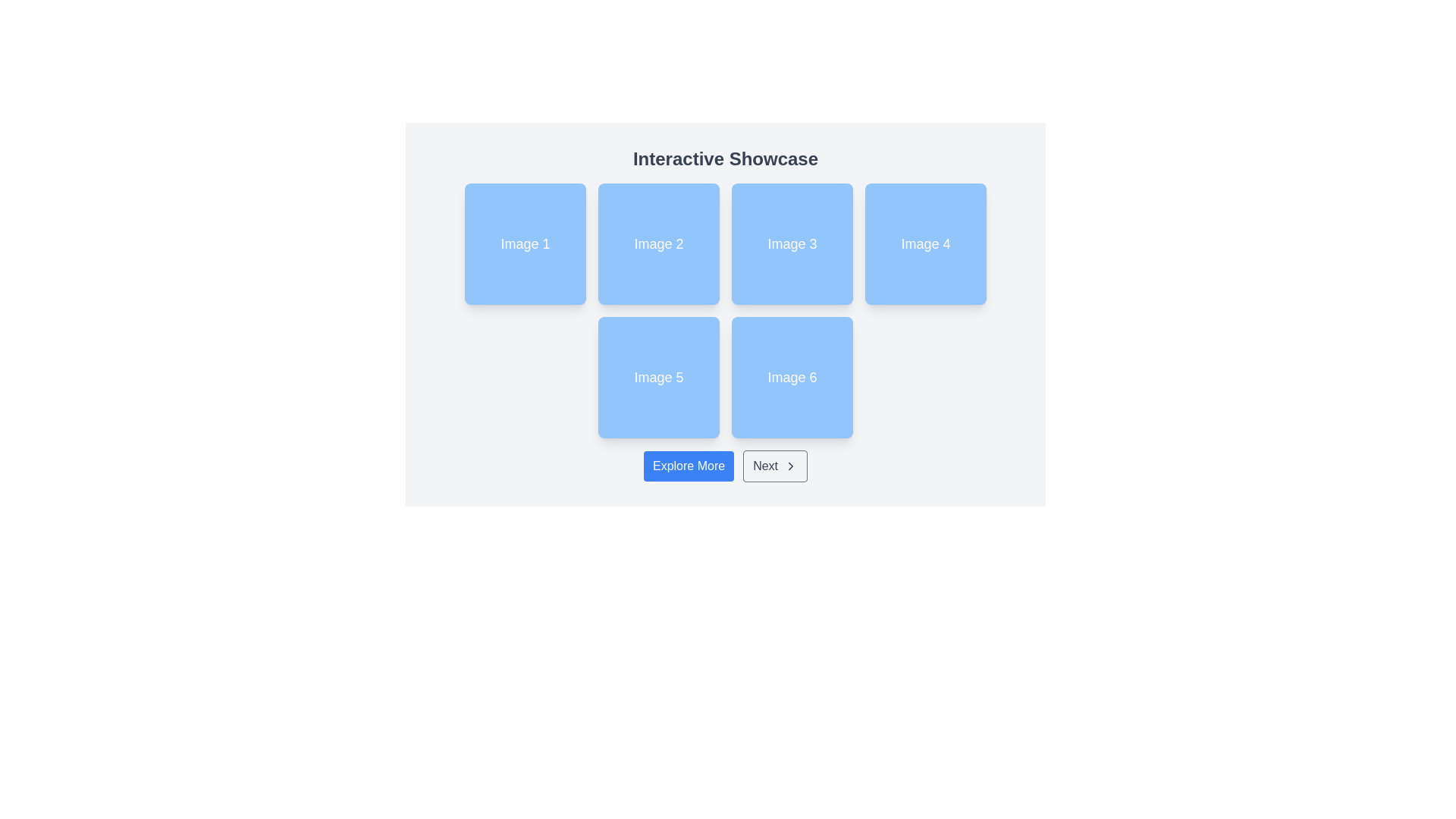 The image size is (1456, 819). What do you see at coordinates (924, 243) in the screenshot?
I see `the Tile/Button labeled 'Image 4', which is located in the first row and fourth column of the grid layout` at bounding box center [924, 243].